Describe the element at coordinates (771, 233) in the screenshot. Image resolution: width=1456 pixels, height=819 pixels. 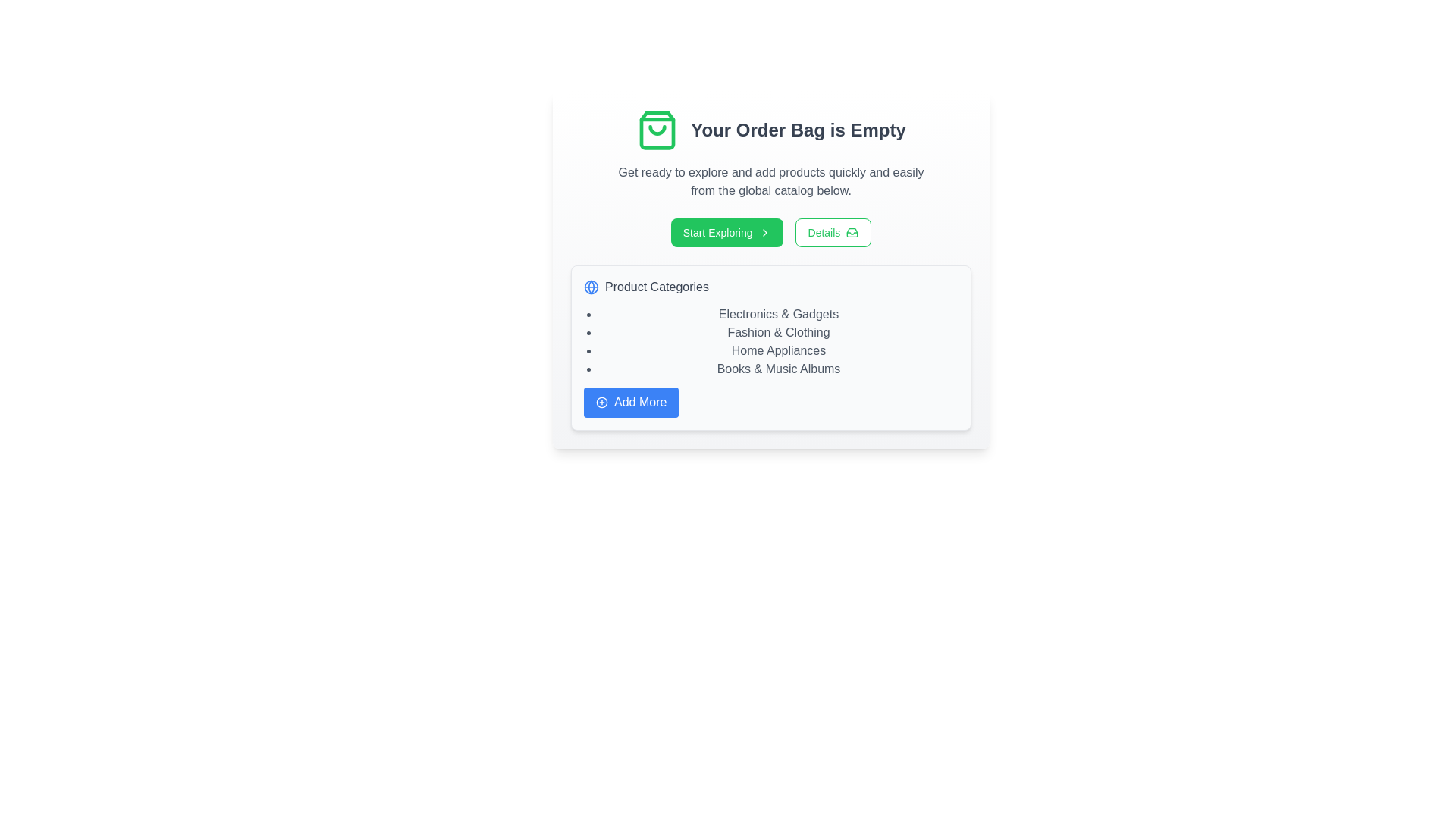
I see `the forward navigation icon located within the 'Start Exploring' button, which is positioned to the left of the 'Details' button` at that location.